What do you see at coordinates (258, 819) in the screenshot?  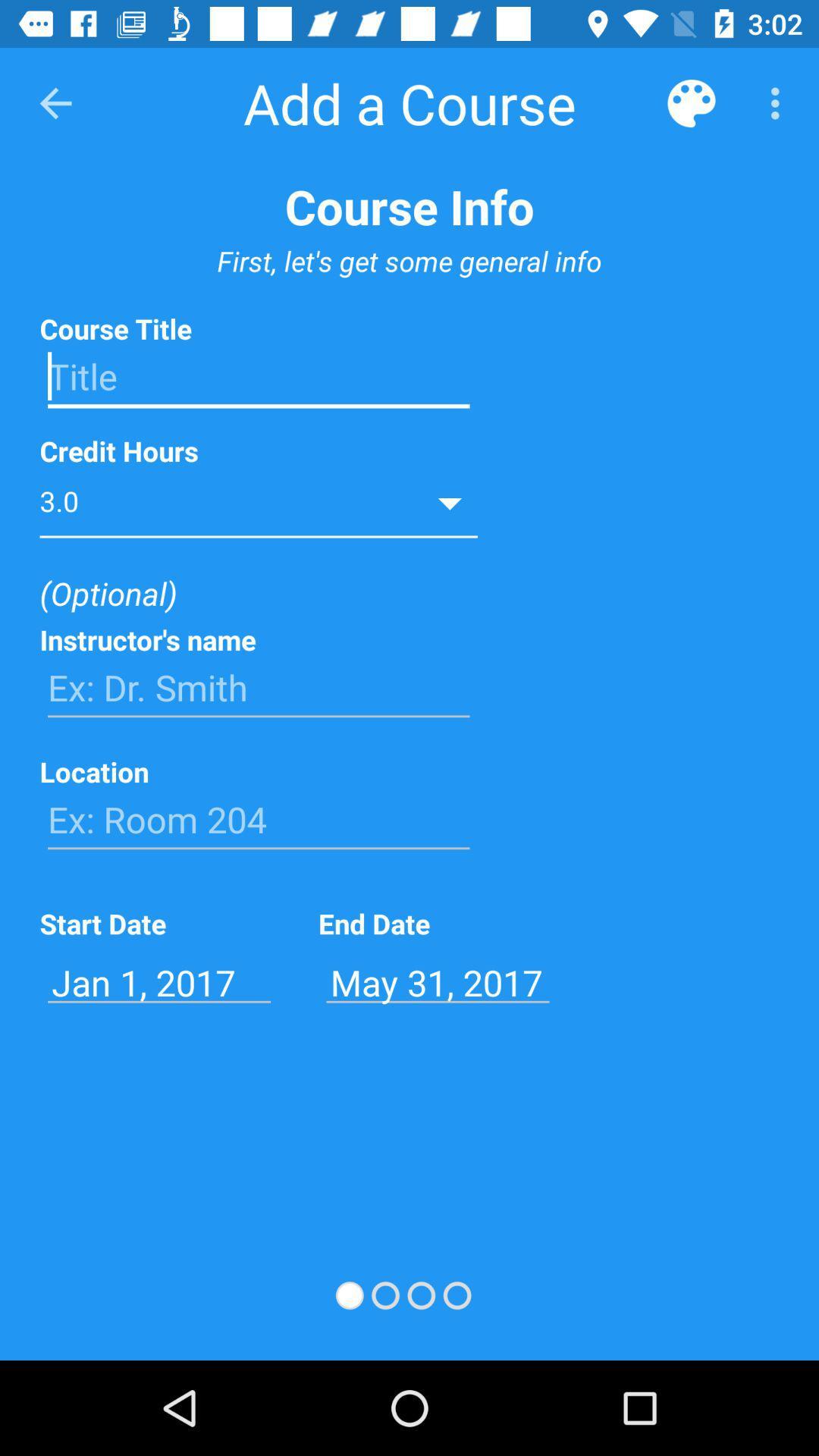 I see `location` at bounding box center [258, 819].